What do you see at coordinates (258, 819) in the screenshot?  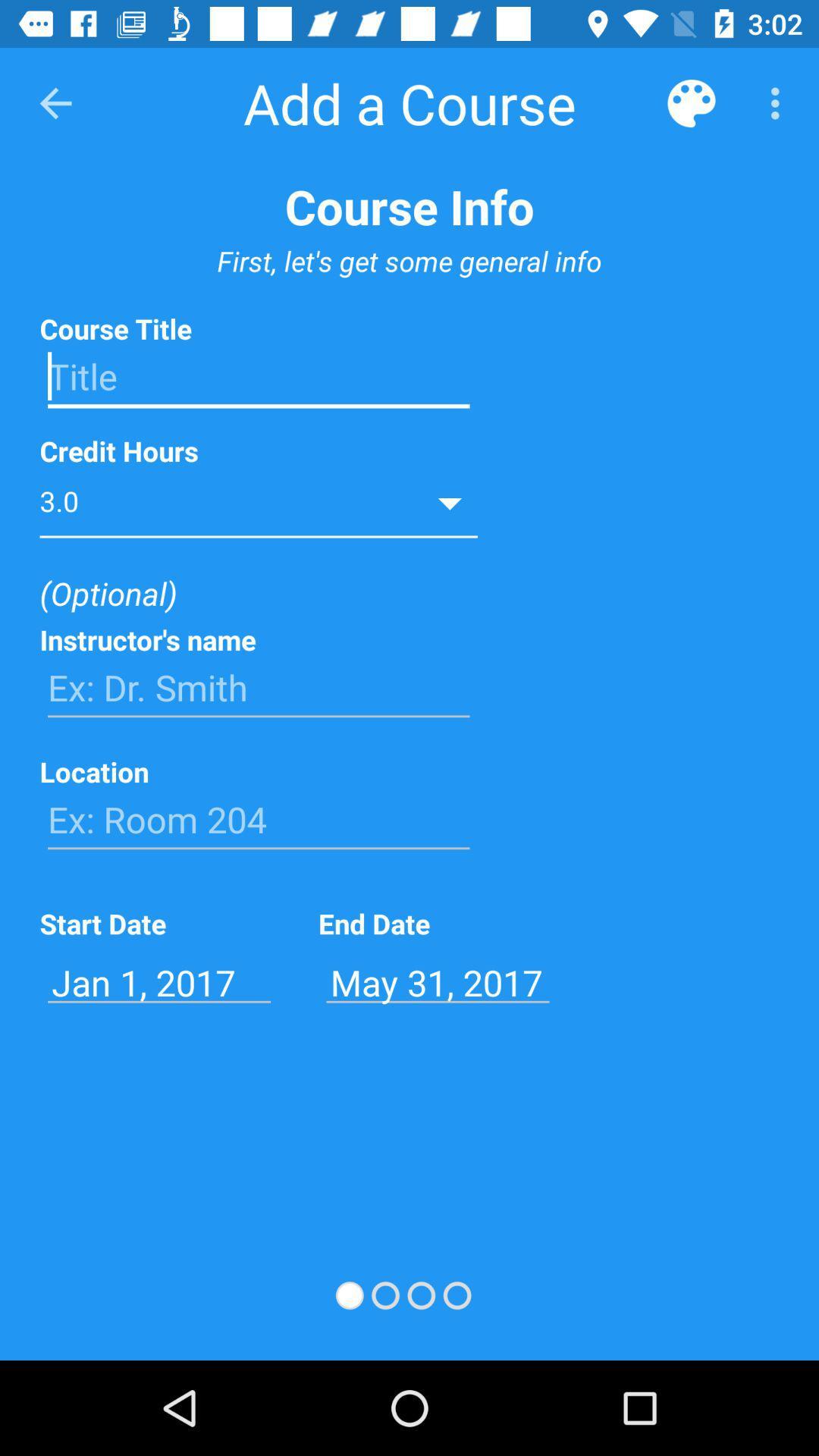 I see `location` at bounding box center [258, 819].